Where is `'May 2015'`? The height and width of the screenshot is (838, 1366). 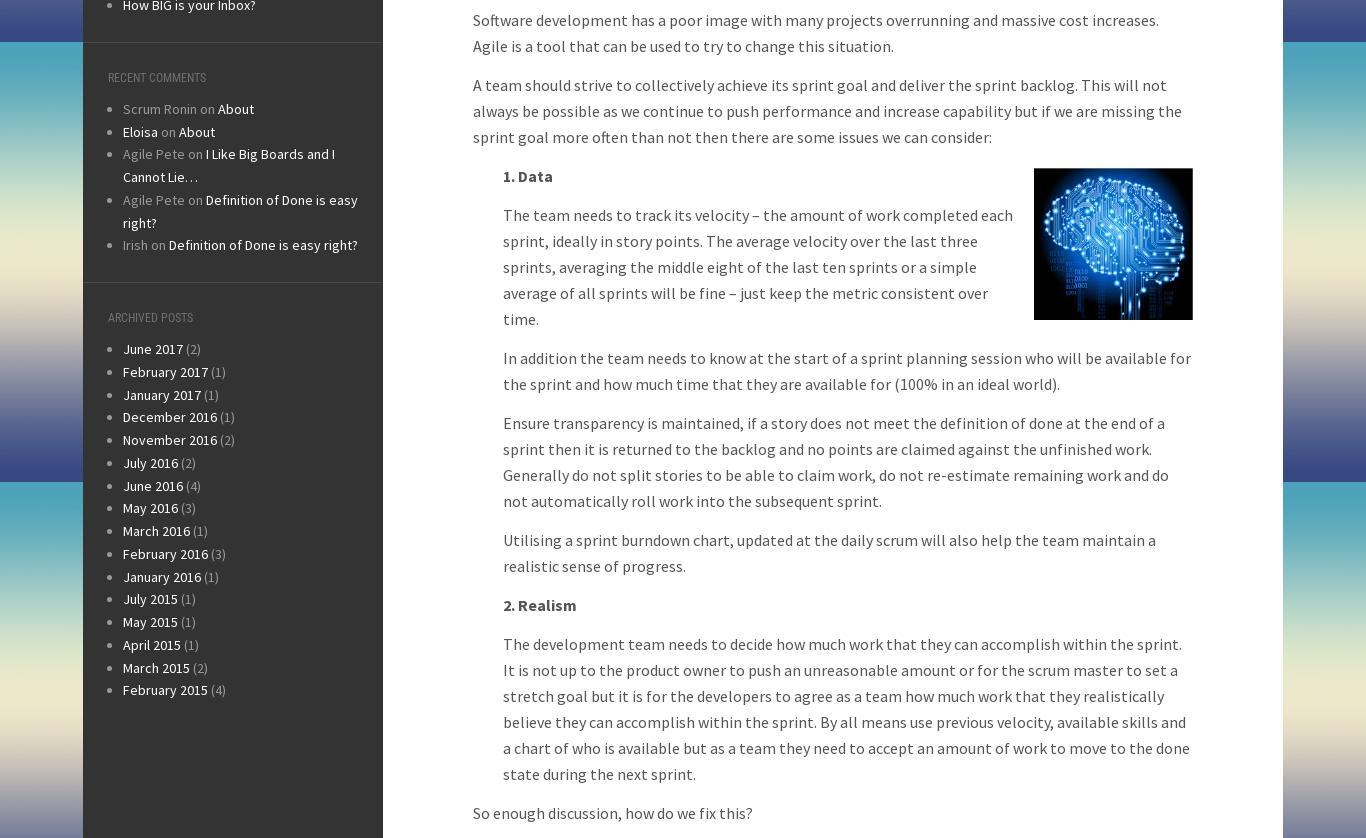
'May 2015' is located at coordinates (149, 621).